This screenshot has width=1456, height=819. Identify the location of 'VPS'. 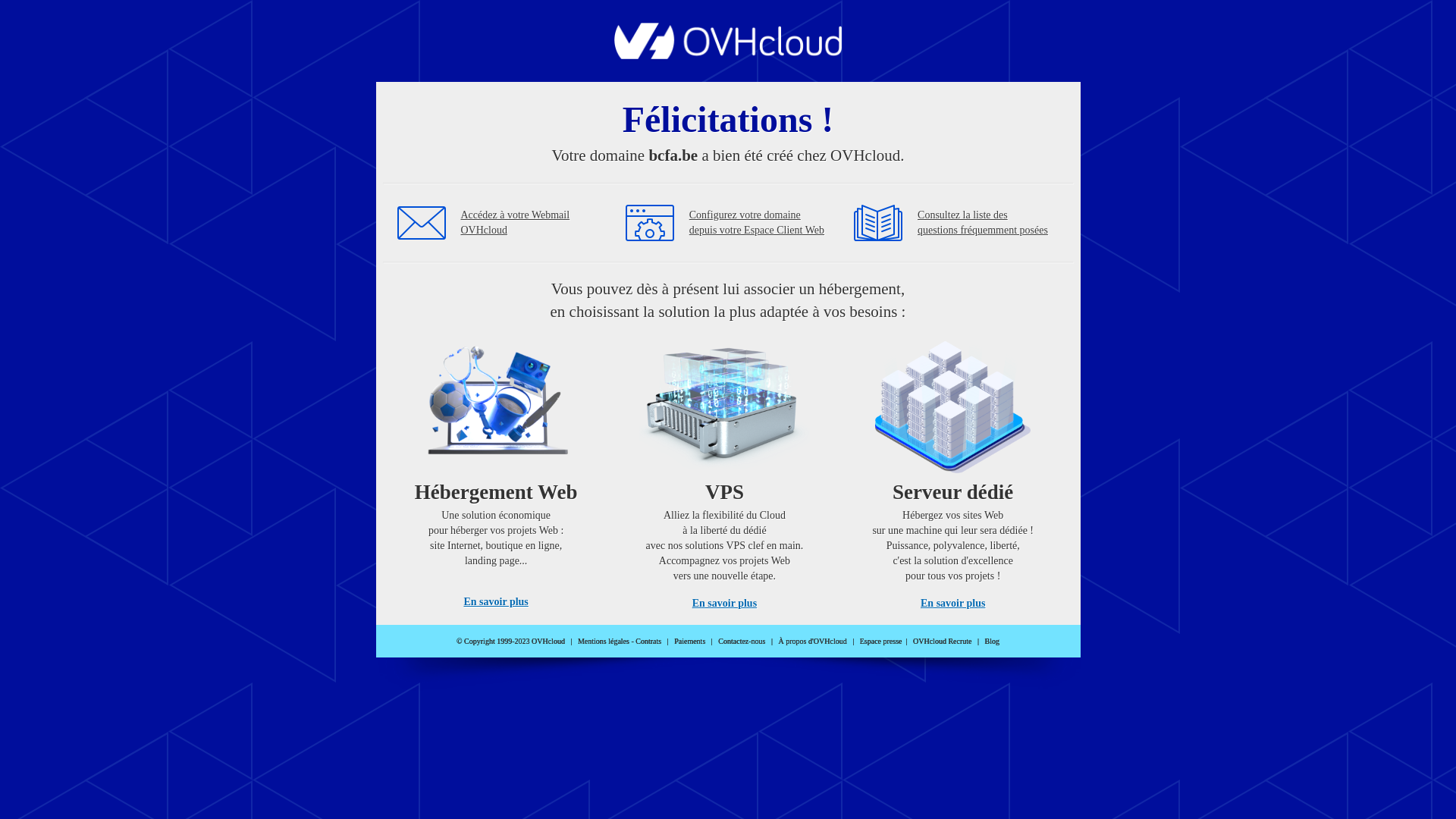
(723, 469).